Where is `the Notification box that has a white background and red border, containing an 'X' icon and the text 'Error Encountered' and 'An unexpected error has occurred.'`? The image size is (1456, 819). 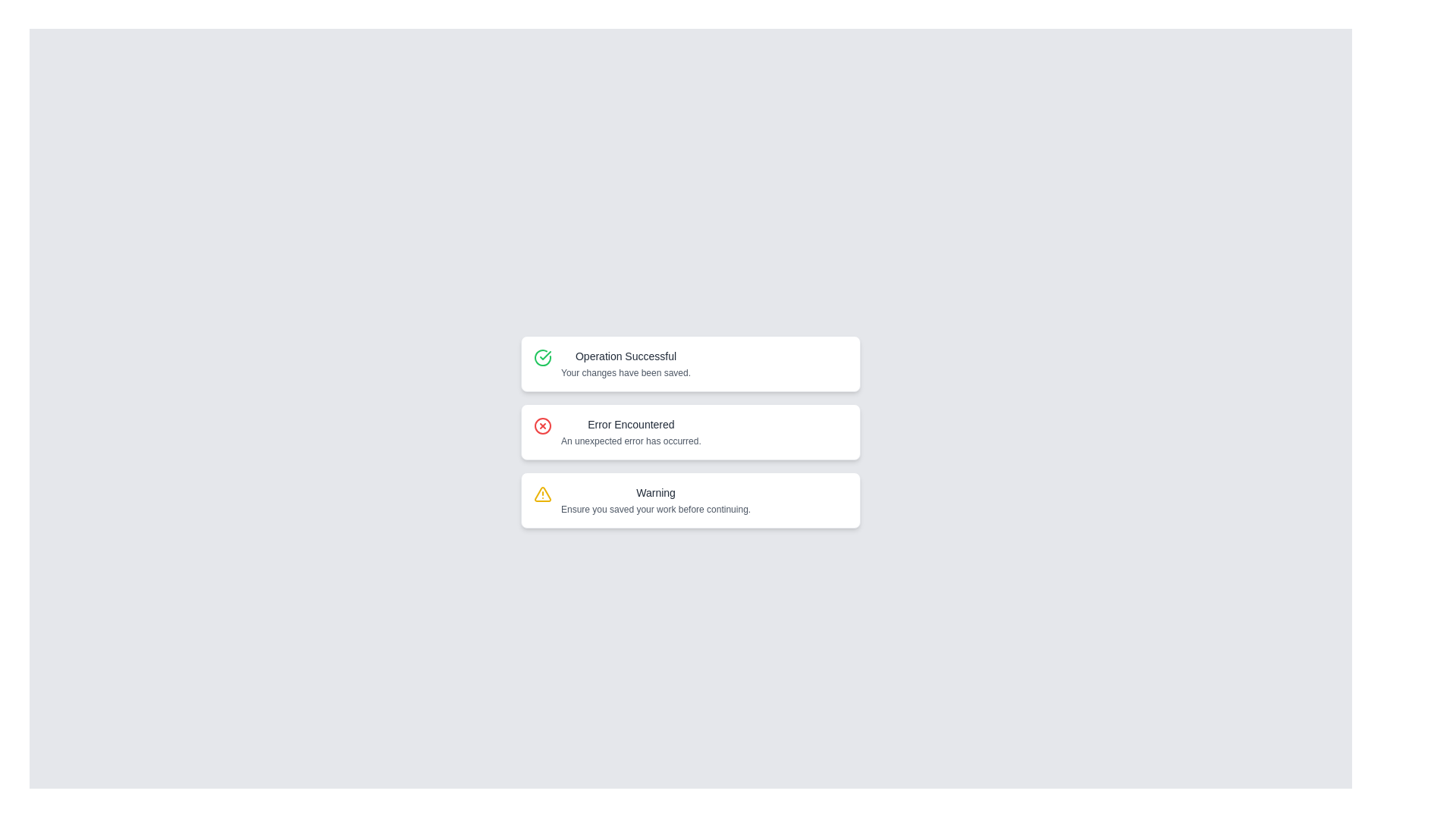
the Notification box that has a white background and red border, containing an 'X' icon and the text 'Error Encountered' and 'An unexpected error has occurred.' is located at coordinates (690, 432).